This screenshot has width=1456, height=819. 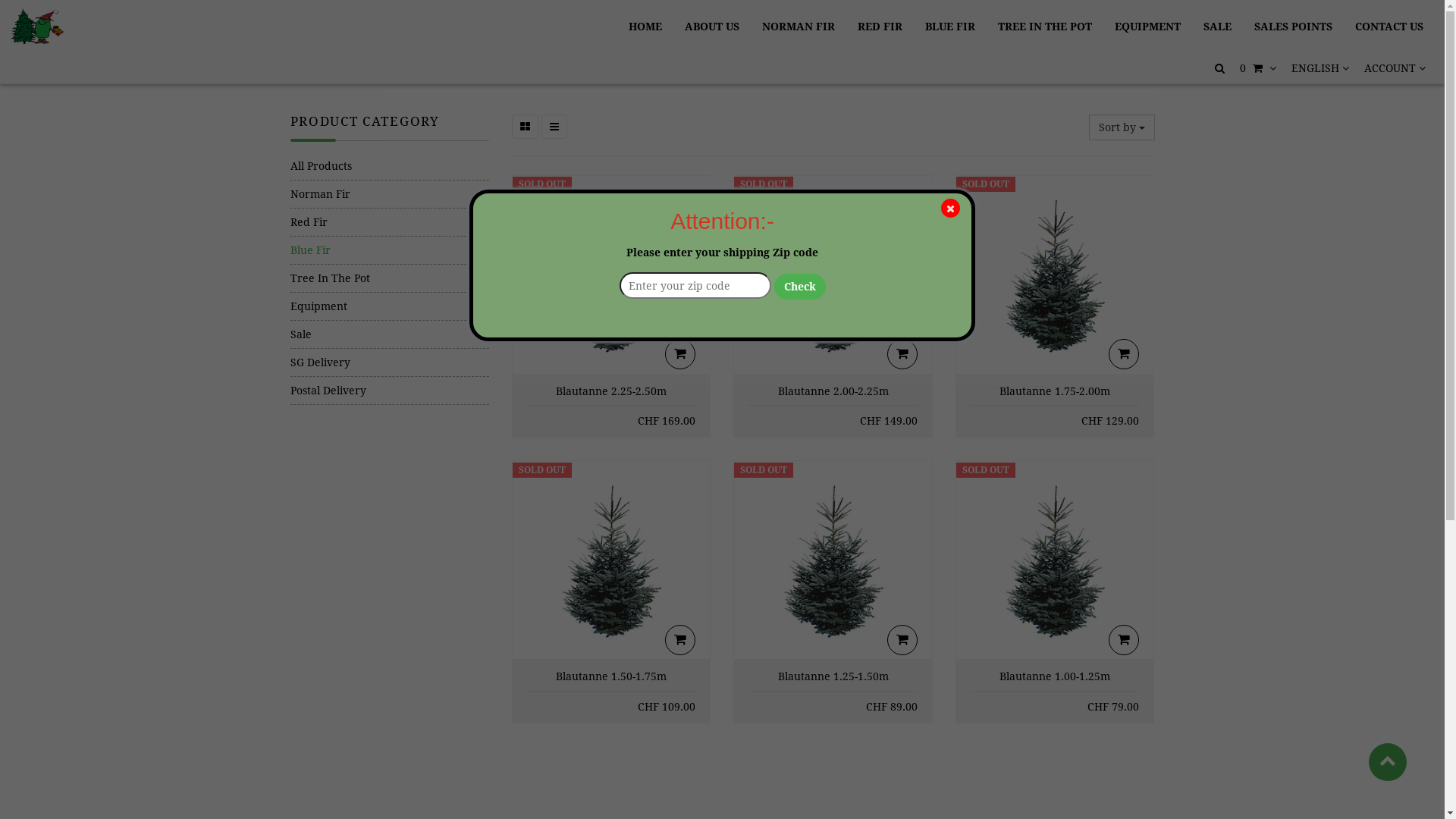 I want to click on '0', so click(x=1258, y=67).